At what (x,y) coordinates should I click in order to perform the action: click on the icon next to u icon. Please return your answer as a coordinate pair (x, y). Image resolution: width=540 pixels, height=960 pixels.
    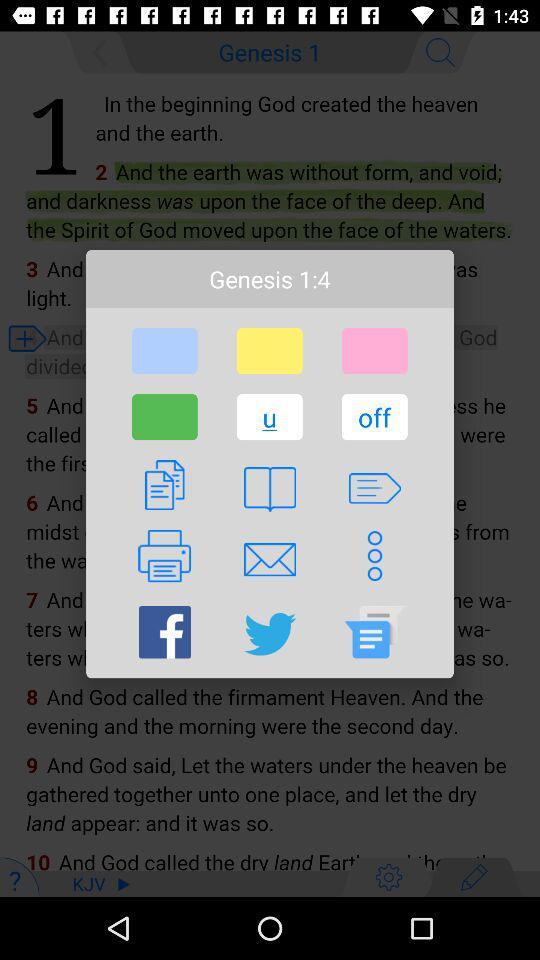
    Looking at the image, I should click on (163, 416).